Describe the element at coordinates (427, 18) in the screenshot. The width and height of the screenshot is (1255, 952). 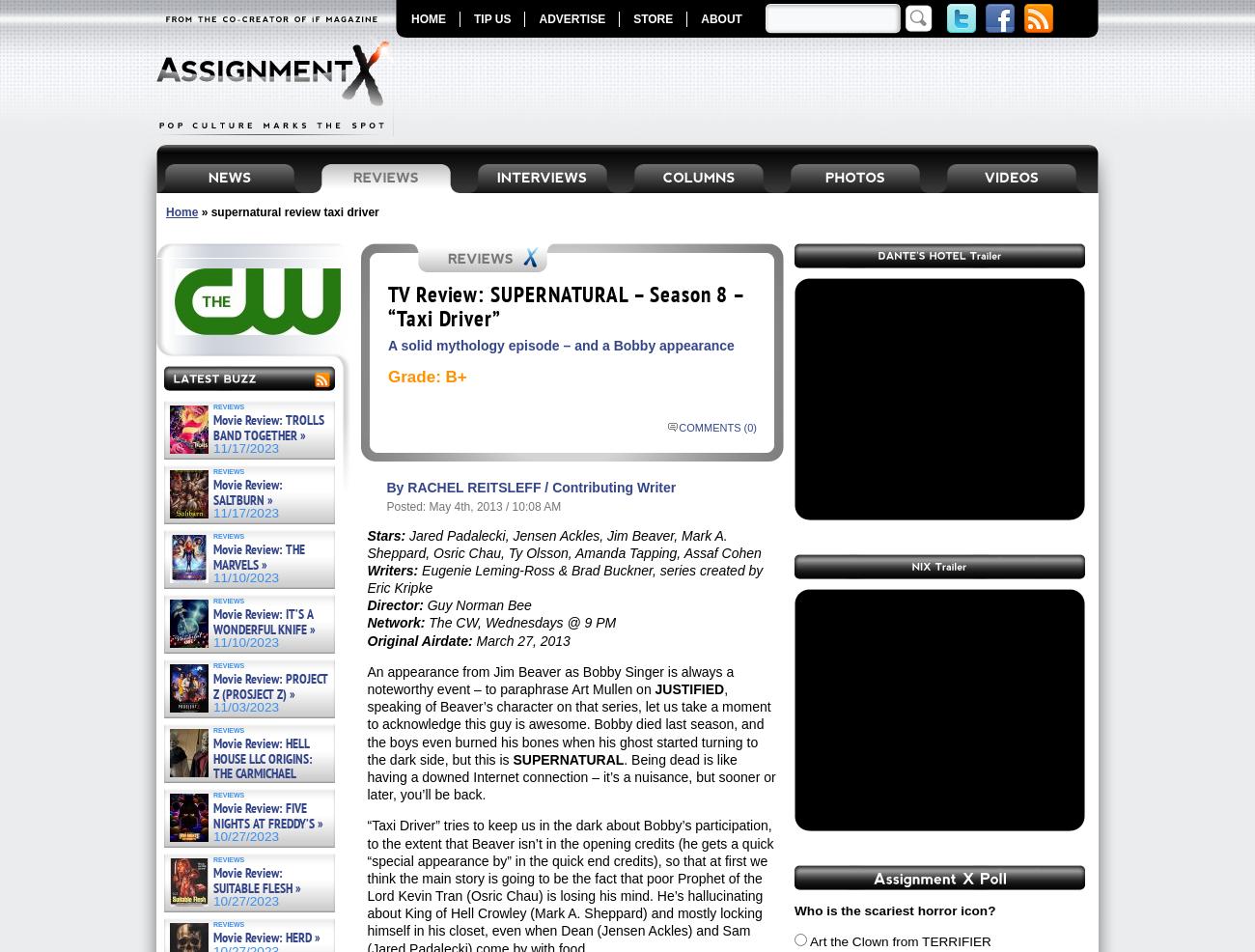
I see `'HOME'` at that location.